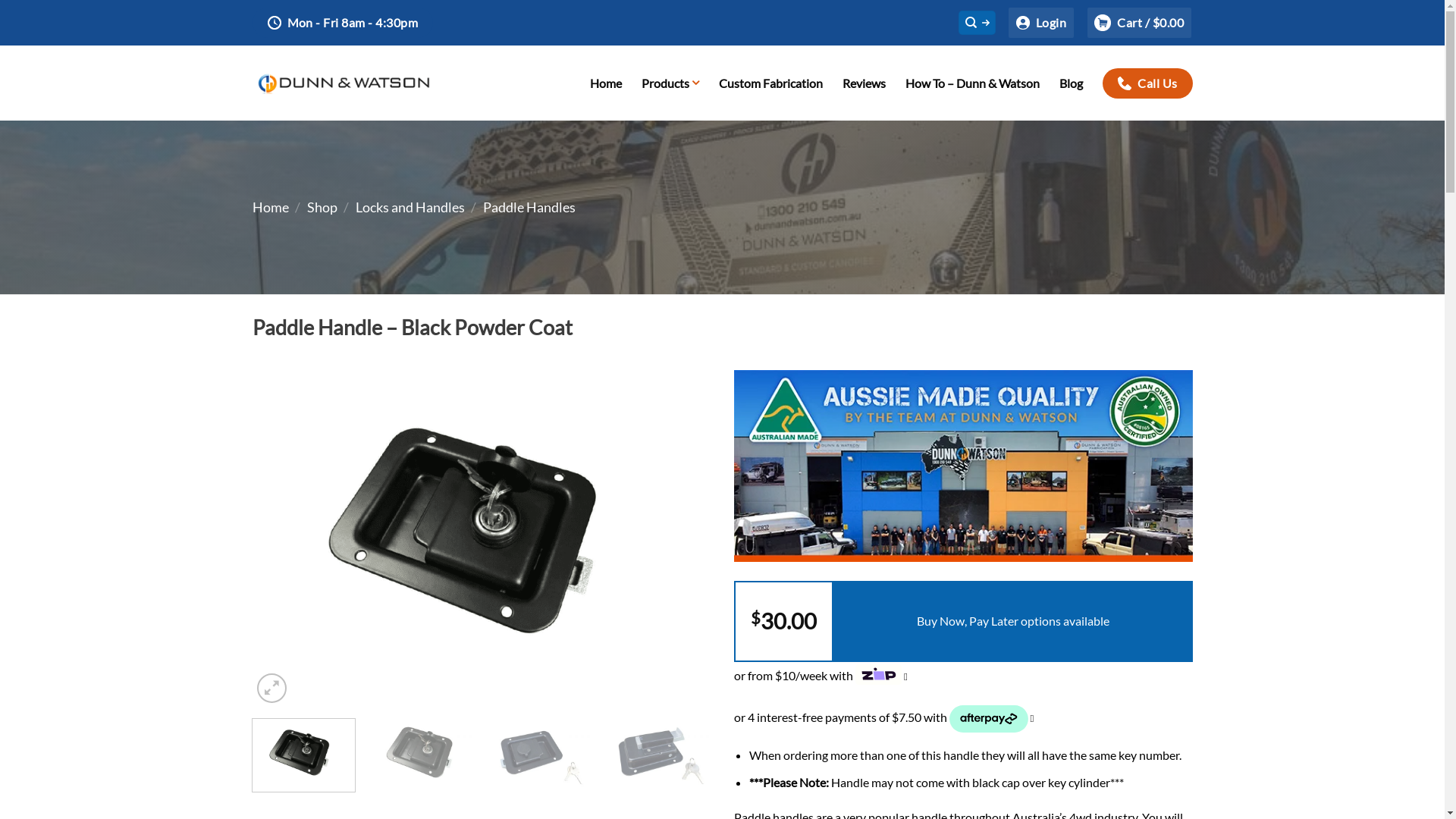 Image resolution: width=1456 pixels, height=819 pixels. I want to click on 'Blog', so click(1070, 83).